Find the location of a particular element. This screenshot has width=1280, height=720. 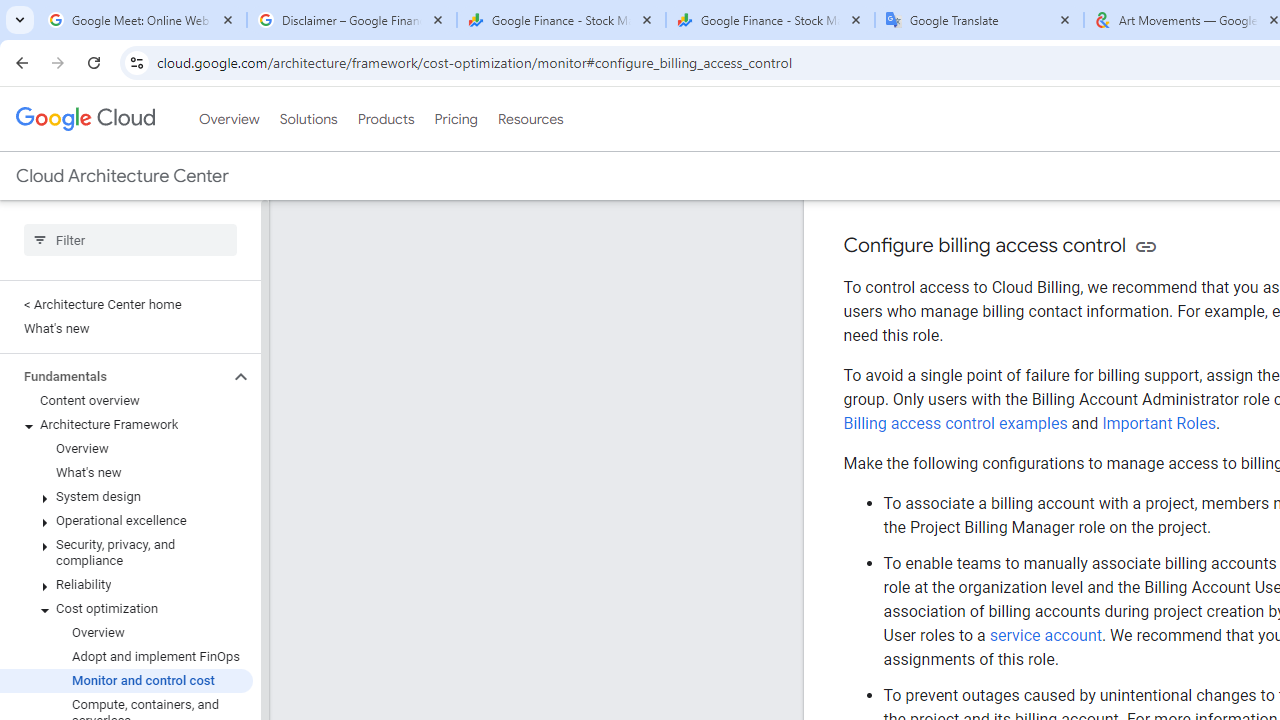

'System design' is located at coordinates (125, 496).